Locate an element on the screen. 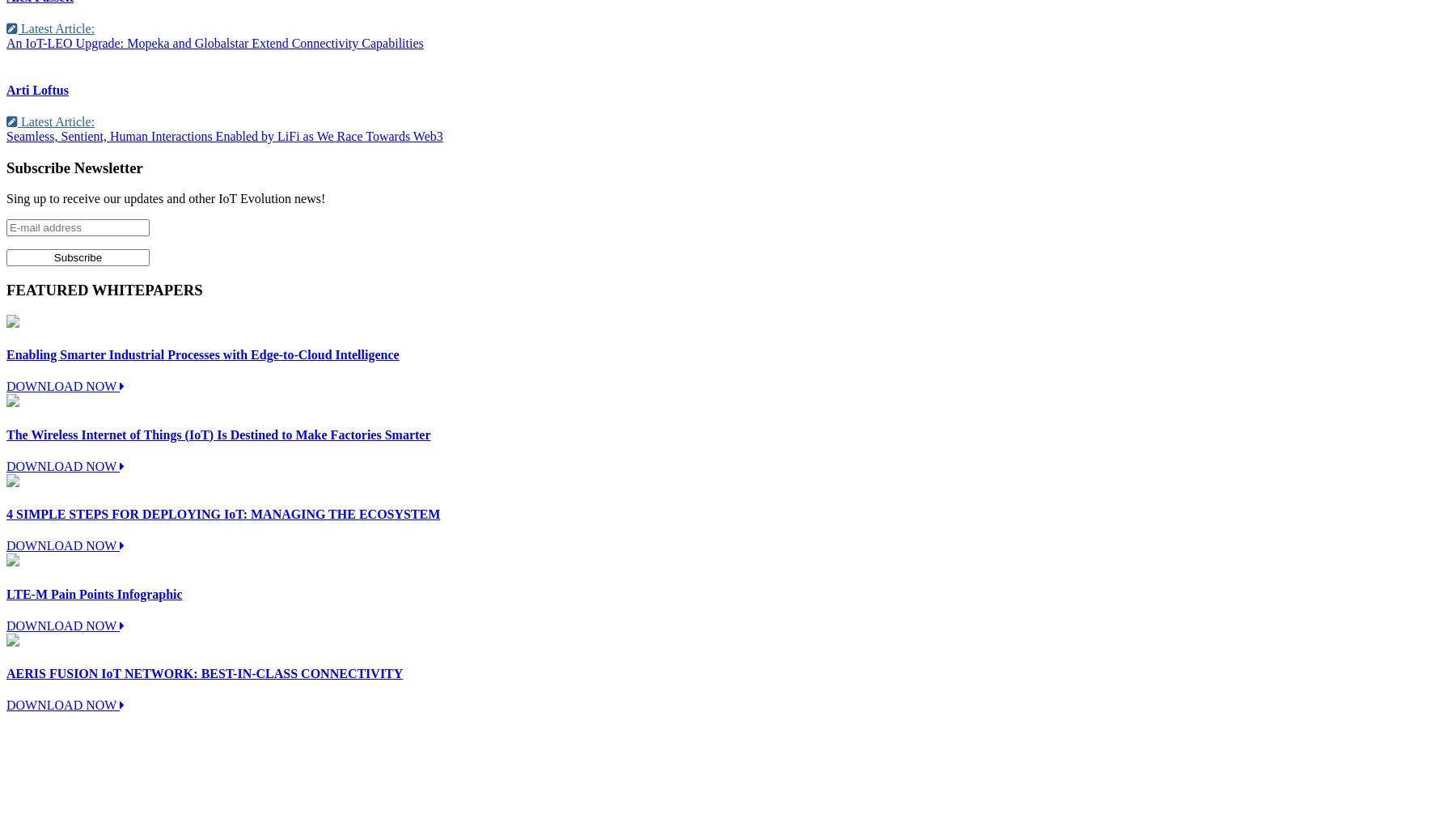 The width and height of the screenshot is (1456, 814). 'Subscribe' is located at coordinates (39, 167).